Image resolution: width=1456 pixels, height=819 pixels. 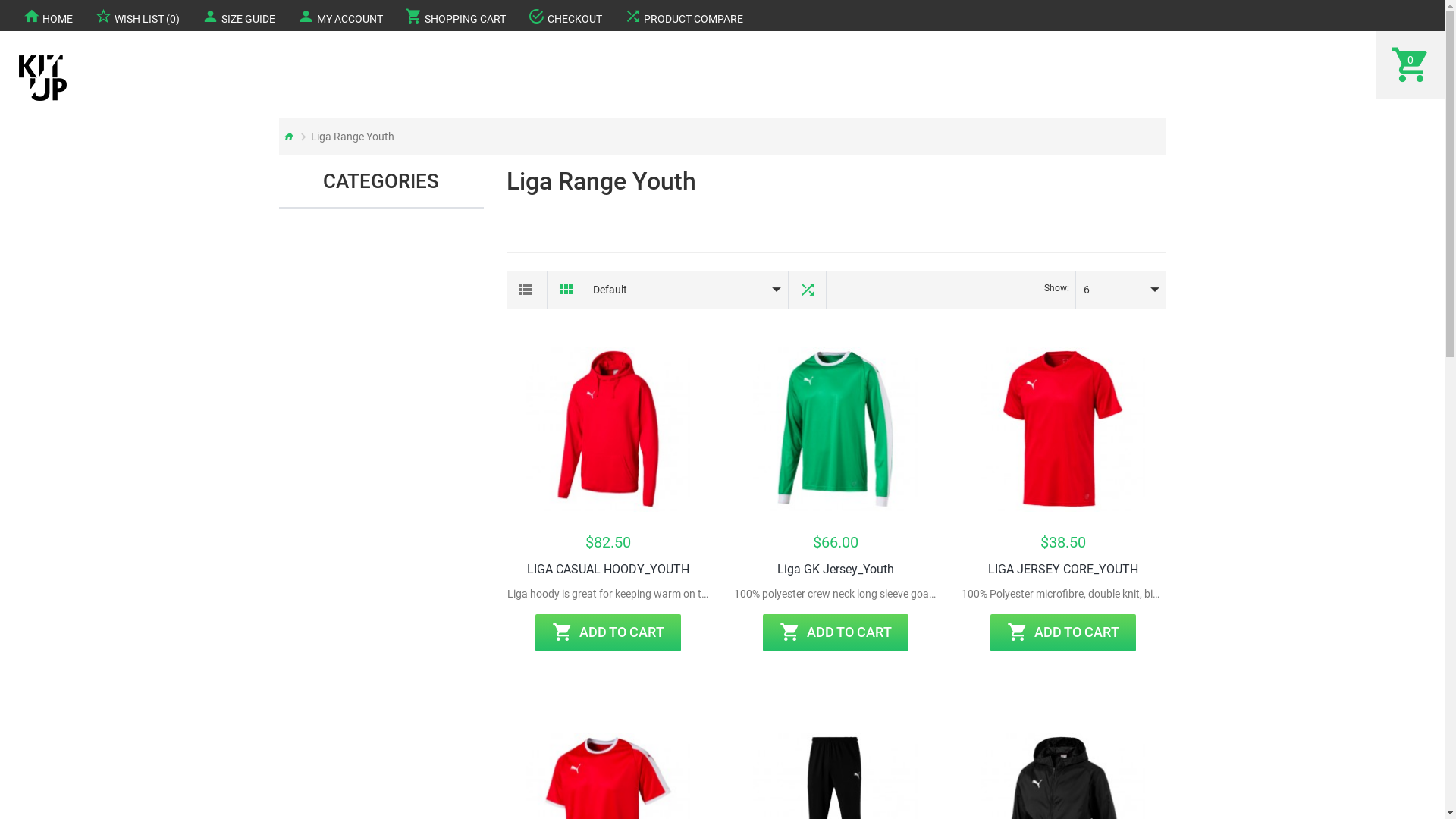 What do you see at coordinates (47, 15) in the screenshot?
I see `'HOME'` at bounding box center [47, 15].